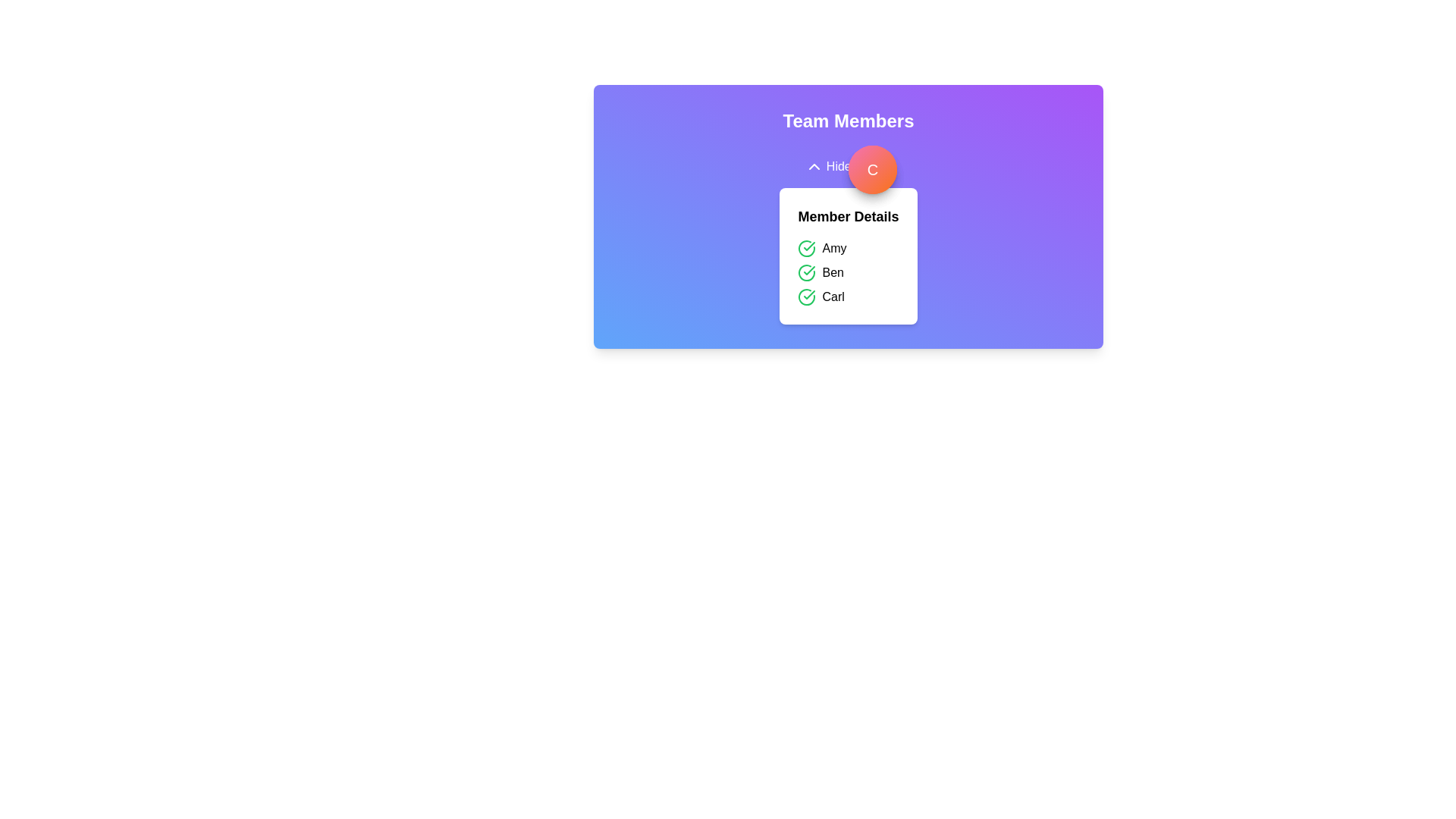  What do you see at coordinates (813, 166) in the screenshot?
I see `the upward-facing chevron icon located to the left of the 'Hide Details' text` at bounding box center [813, 166].